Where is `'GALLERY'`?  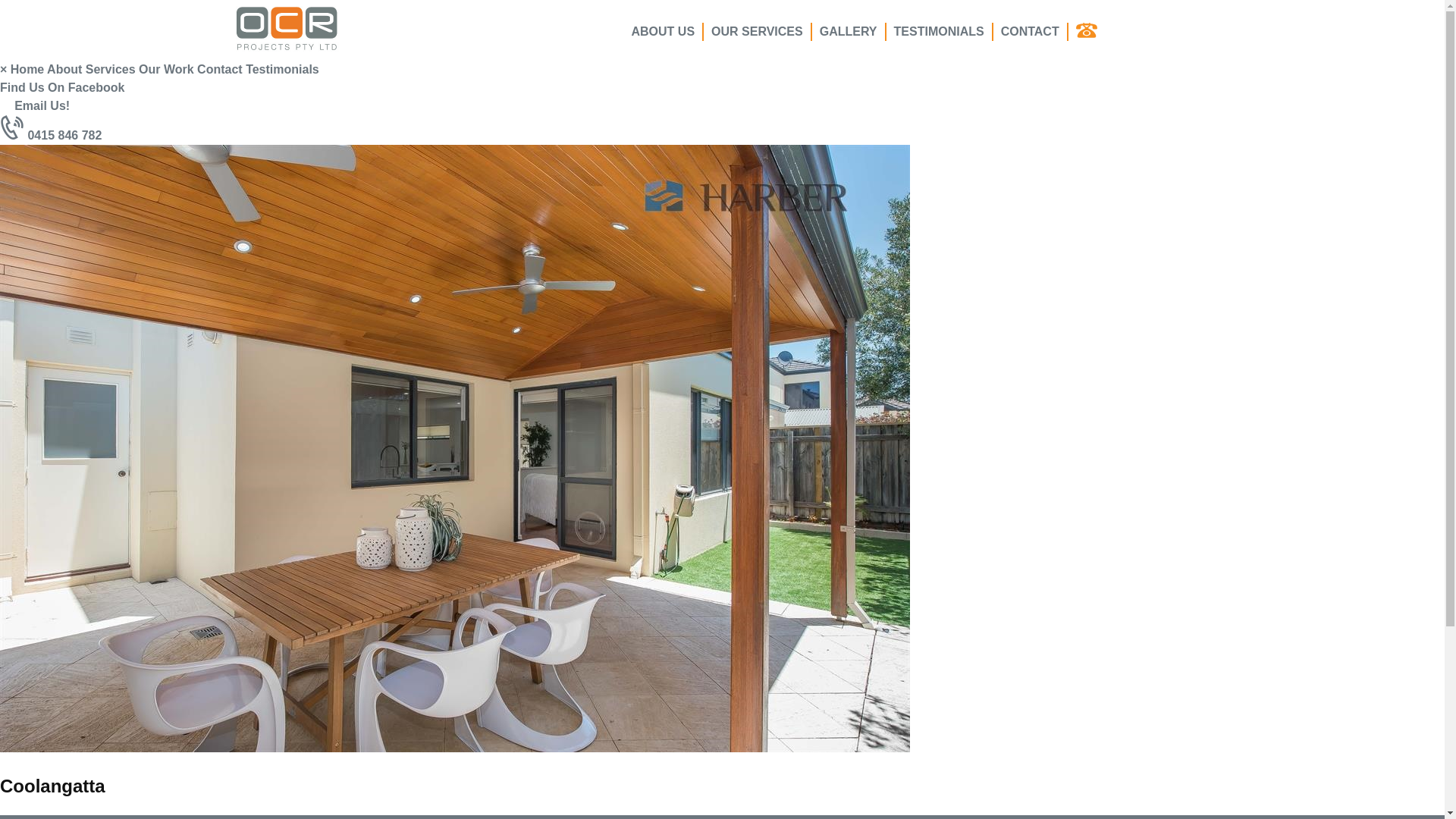
'GALLERY' is located at coordinates (811, 32).